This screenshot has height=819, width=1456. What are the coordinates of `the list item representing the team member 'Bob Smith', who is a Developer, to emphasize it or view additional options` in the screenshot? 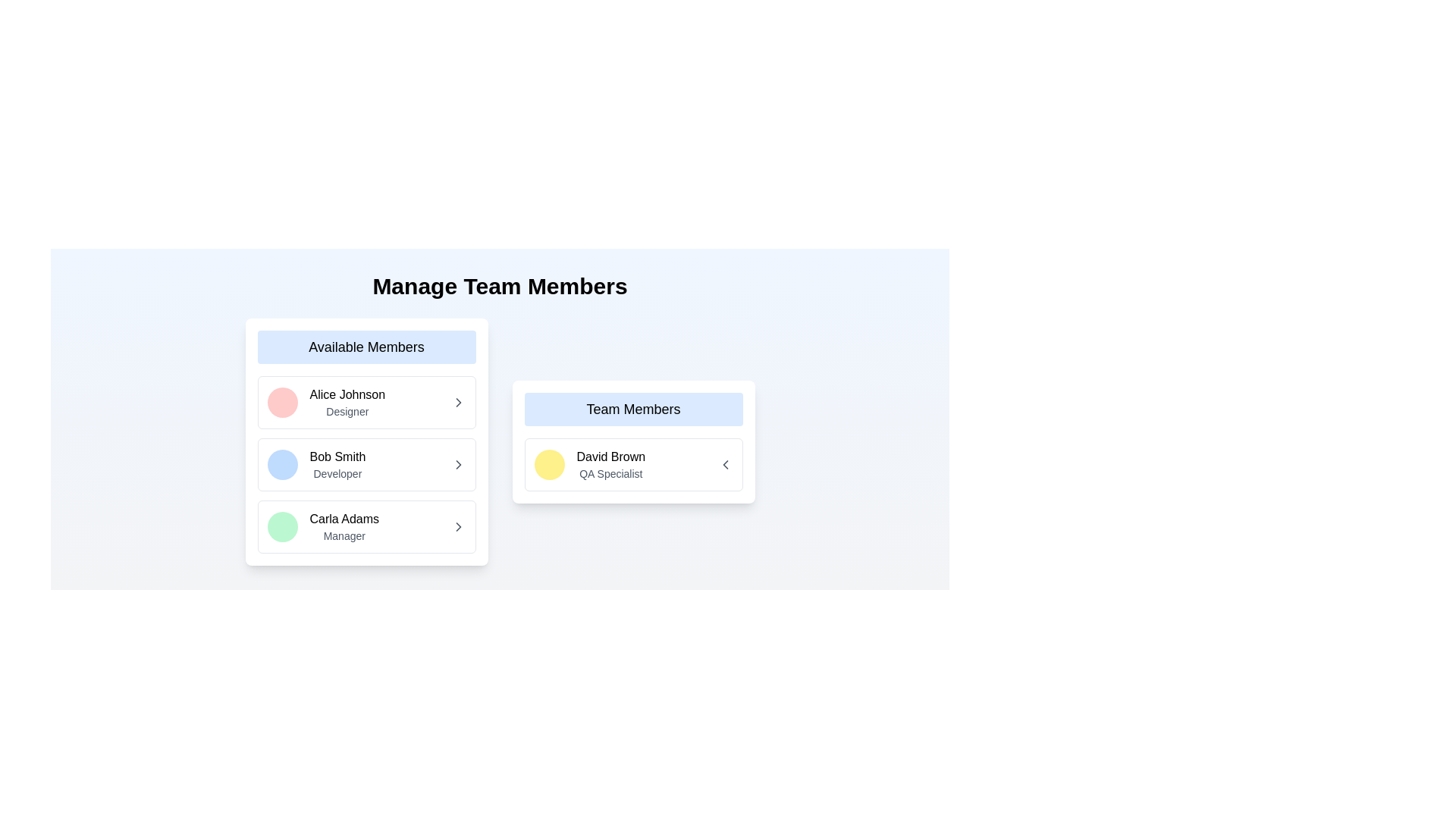 It's located at (366, 464).